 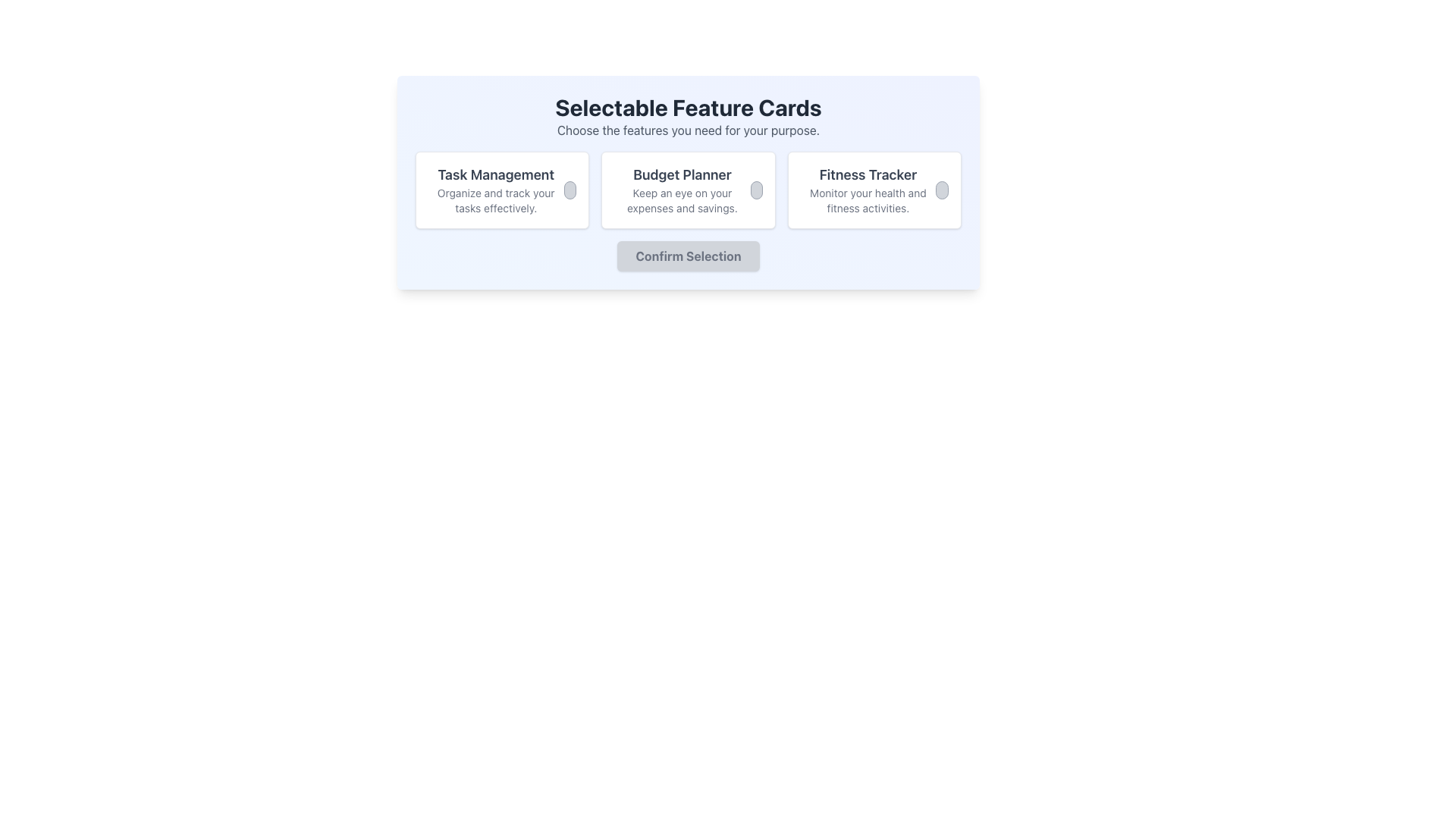 I want to click on the inactive radio button located in the top-right corner of the 'Fitness Tracker' card component, adjacent to the right edge of the card's title and description area, so click(x=941, y=189).